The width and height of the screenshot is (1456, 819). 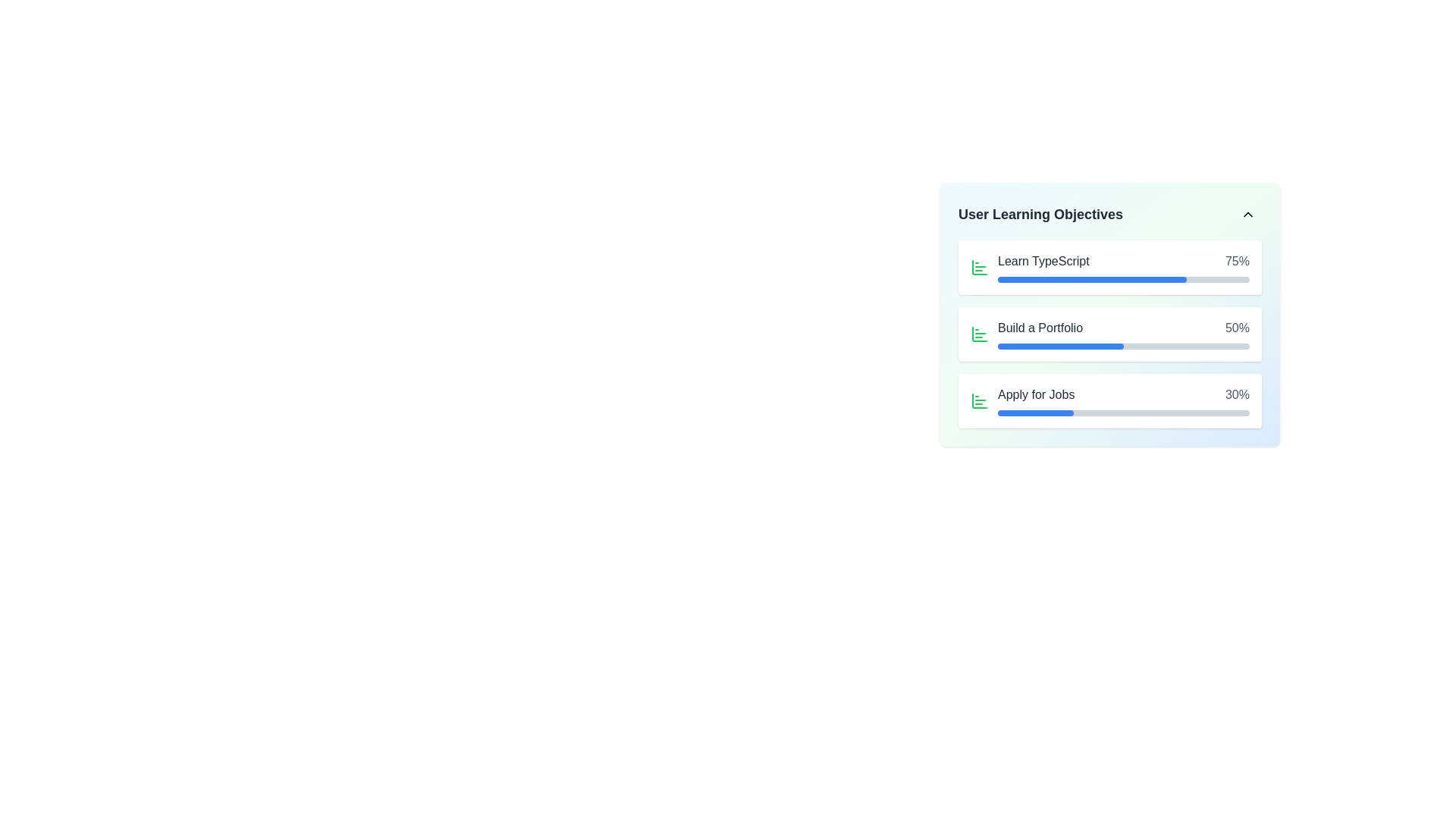 I want to click on the text label displaying '30%' in gray font, which is aligned to the right next to the 'Apply for Jobs' row in the 'User Learning Objectives' panel, so click(x=1238, y=394).